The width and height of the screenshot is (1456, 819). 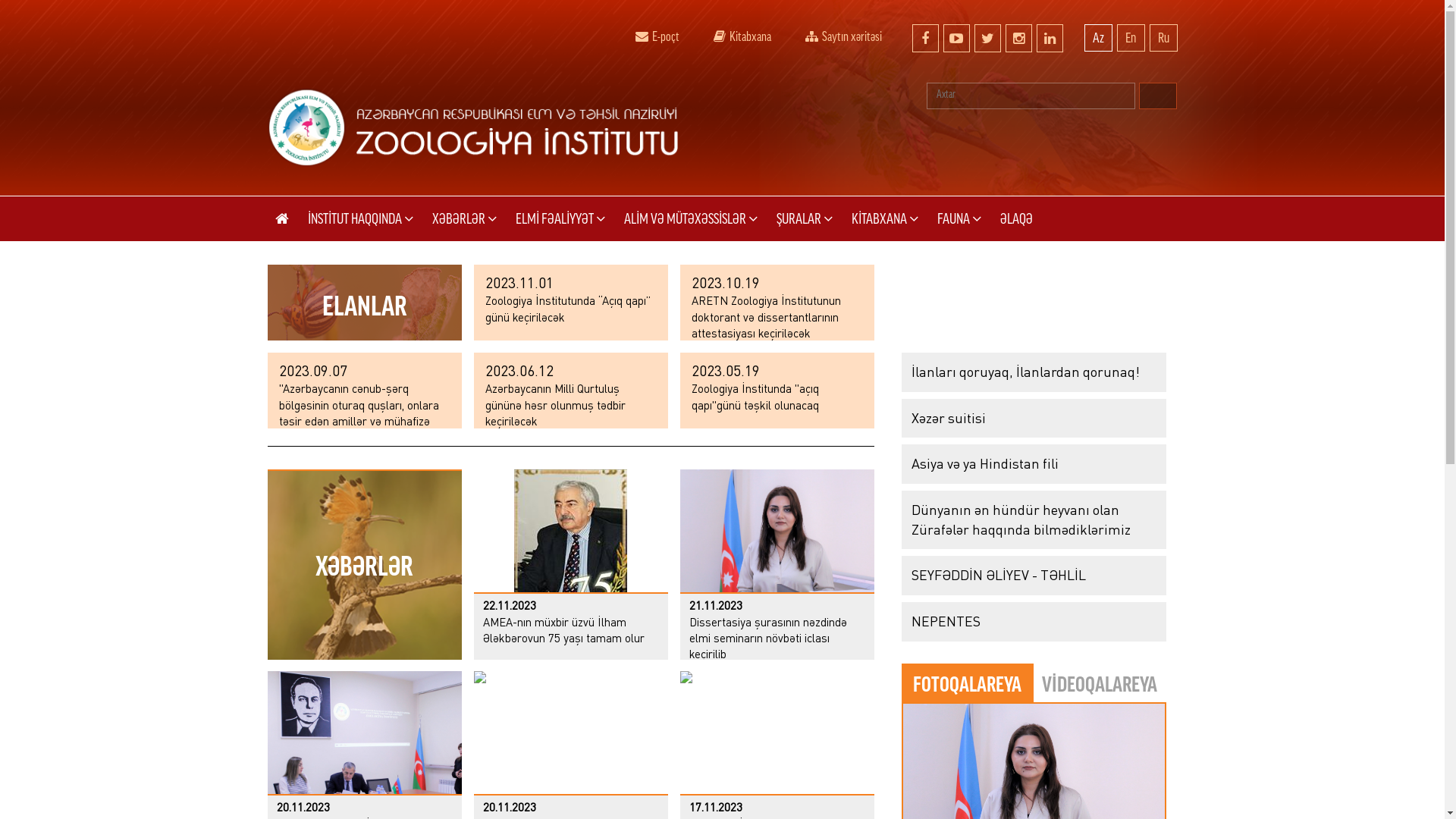 I want to click on 'FOTOQALAREYA', so click(x=966, y=683).